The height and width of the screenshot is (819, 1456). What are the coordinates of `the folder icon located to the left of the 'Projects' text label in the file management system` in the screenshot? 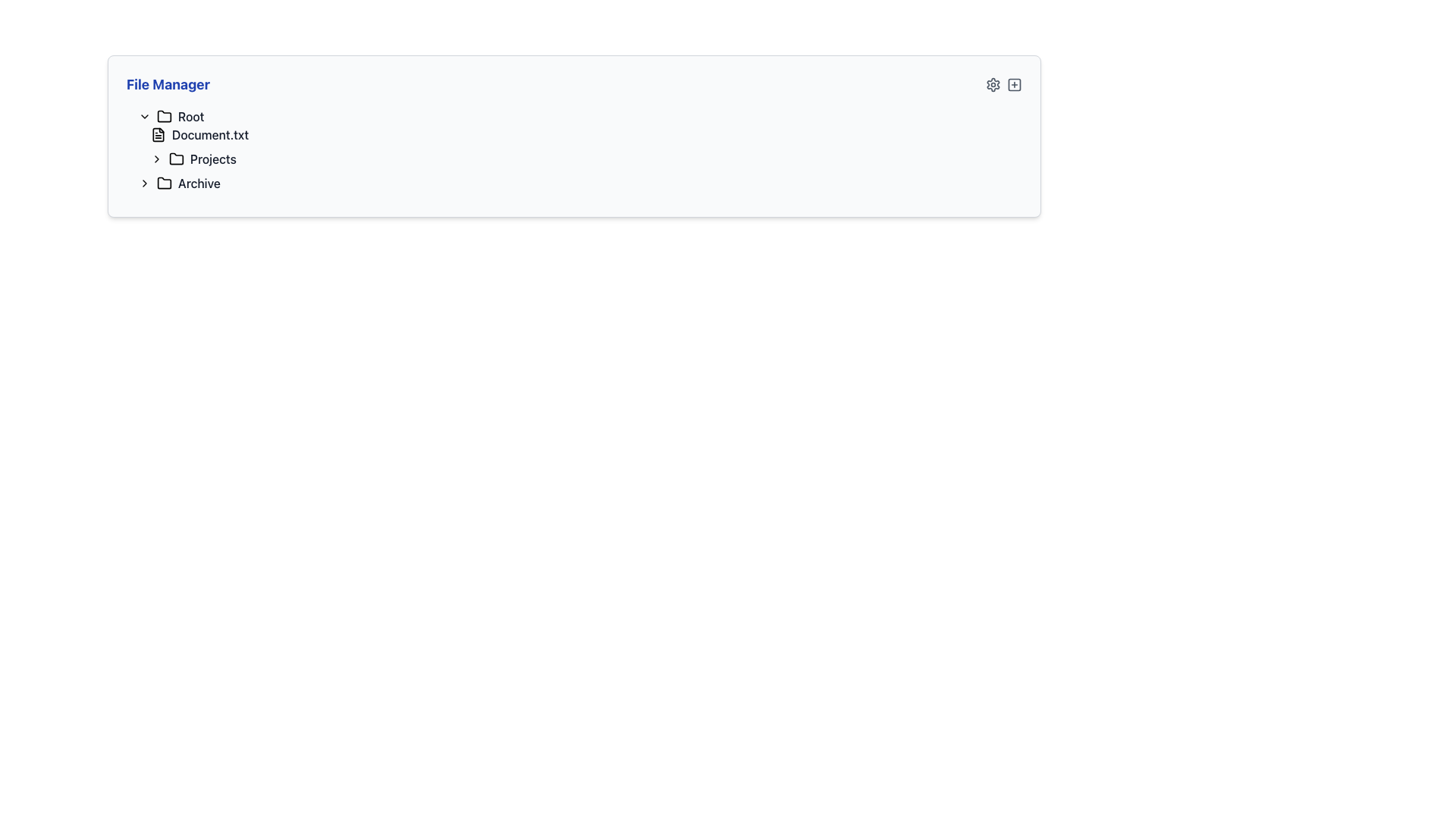 It's located at (177, 158).